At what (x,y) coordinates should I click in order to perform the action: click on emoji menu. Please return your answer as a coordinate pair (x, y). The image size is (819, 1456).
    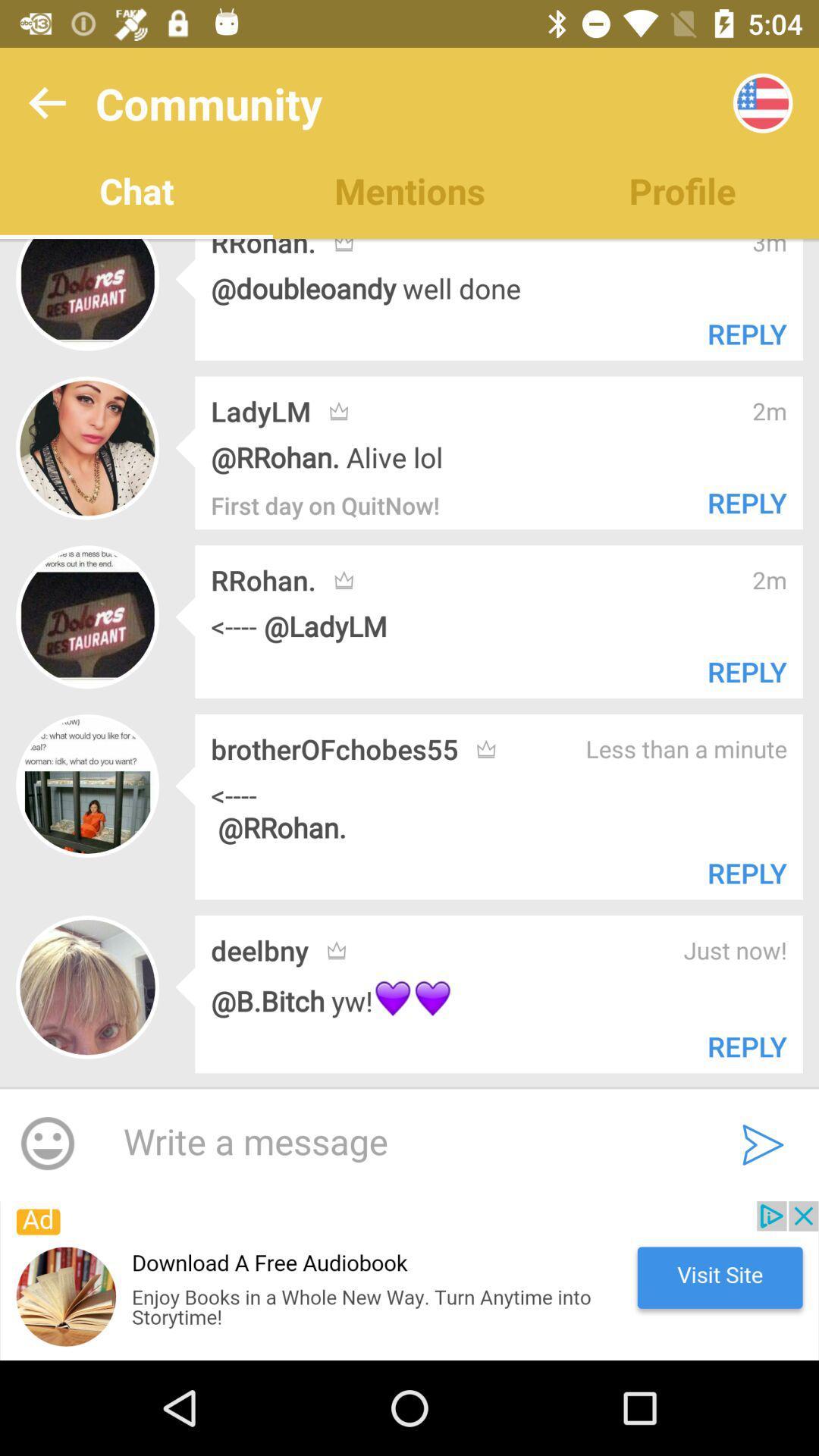
    Looking at the image, I should click on (46, 1144).